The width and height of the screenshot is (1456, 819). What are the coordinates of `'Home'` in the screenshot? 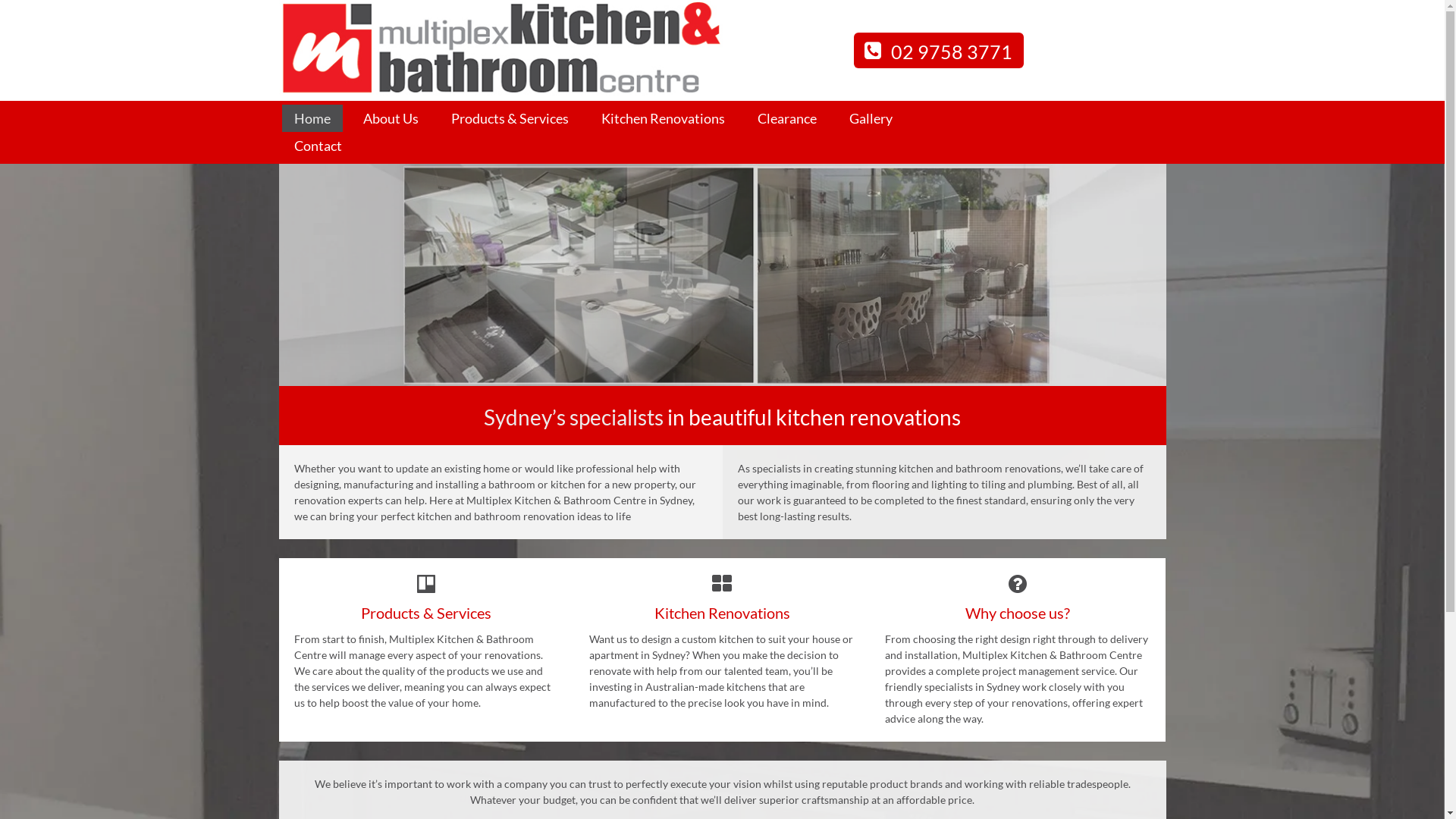 It's located at (282, 118).